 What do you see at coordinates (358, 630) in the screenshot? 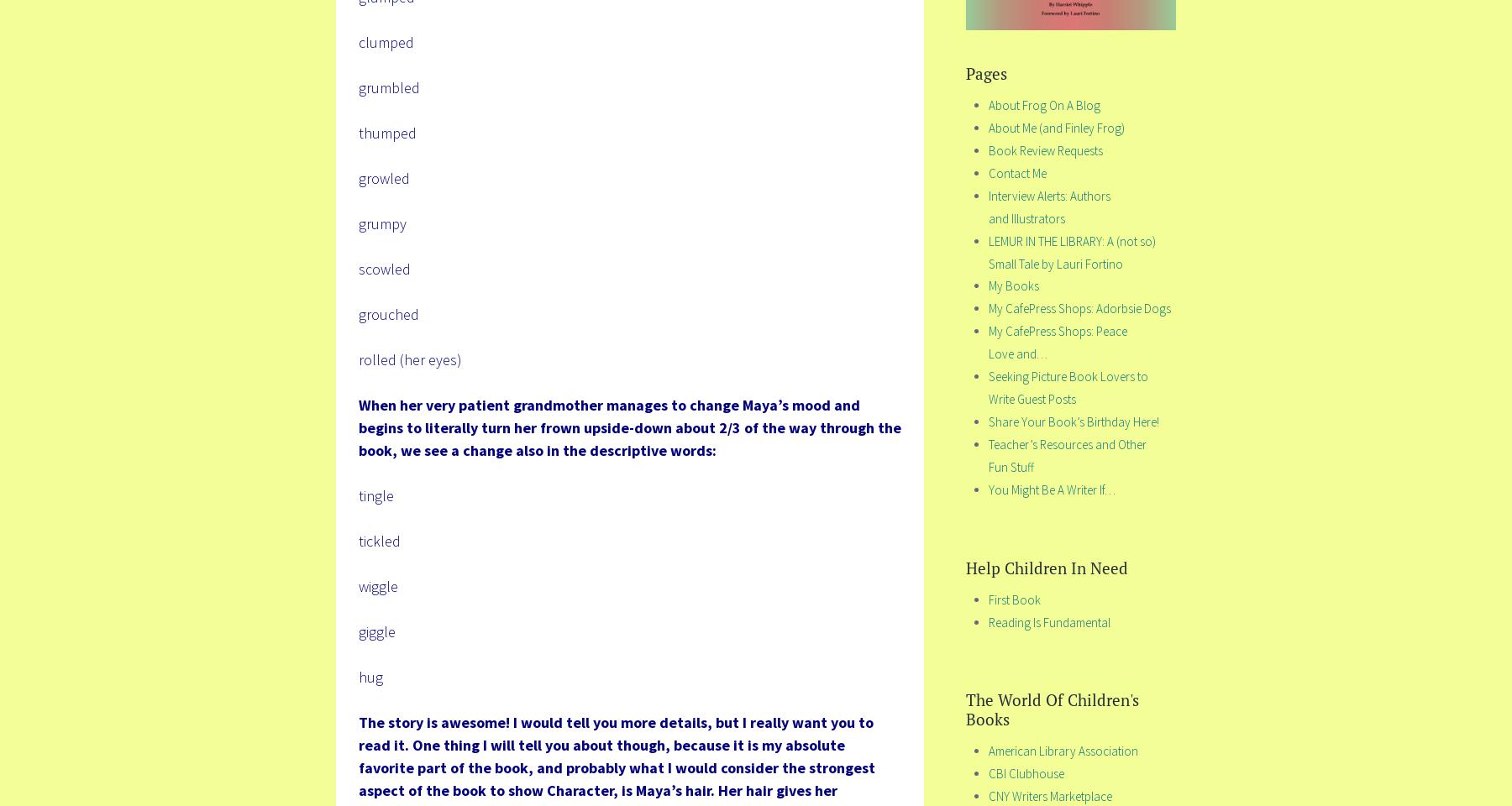
I see `'giggle'` at bounding box center [358, 630].